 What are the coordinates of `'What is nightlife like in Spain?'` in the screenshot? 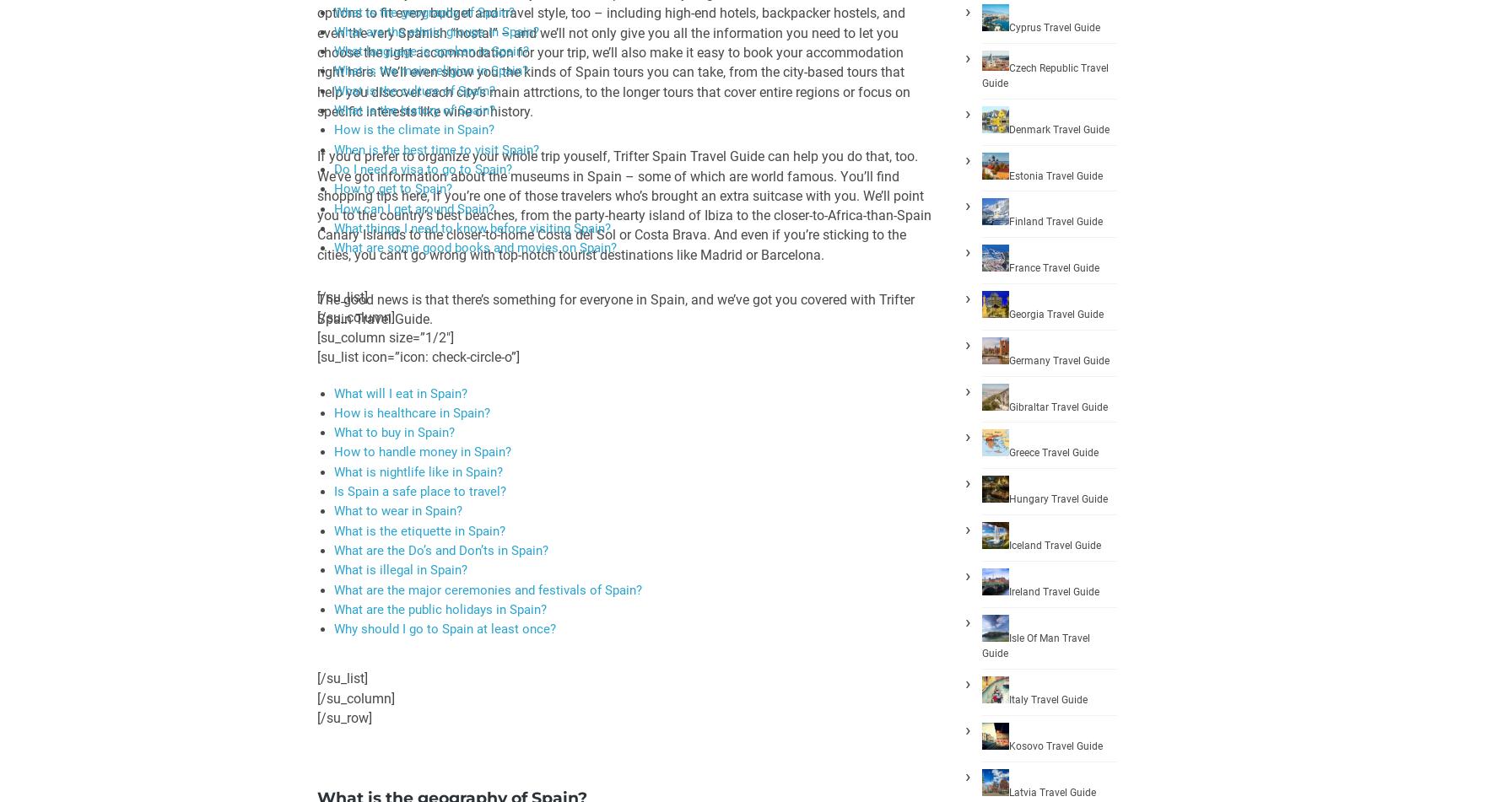 It's located at (418, 470).